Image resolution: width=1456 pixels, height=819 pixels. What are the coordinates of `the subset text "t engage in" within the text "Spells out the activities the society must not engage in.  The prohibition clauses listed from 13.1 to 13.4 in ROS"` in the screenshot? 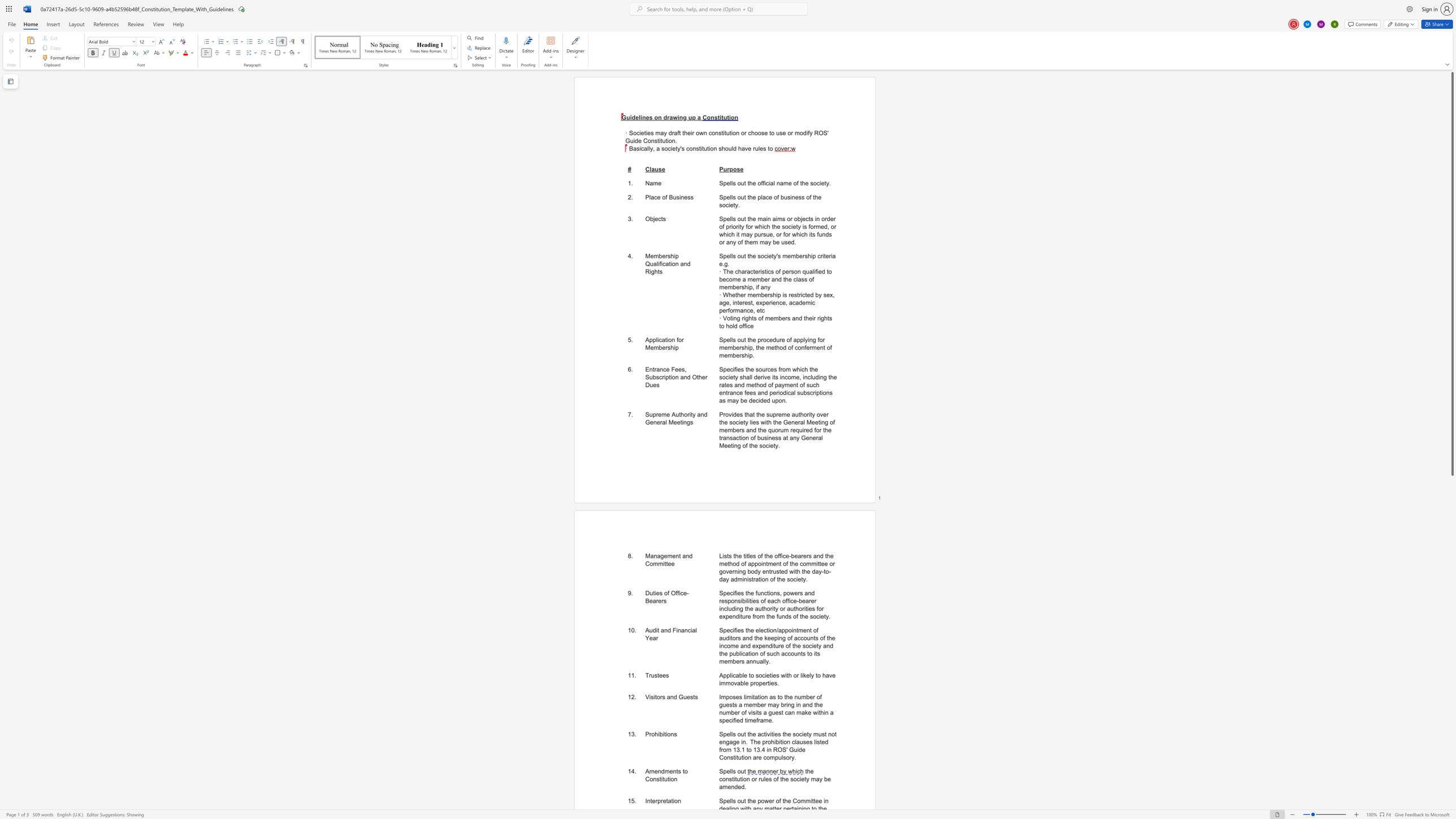 It's located at (834, 734).